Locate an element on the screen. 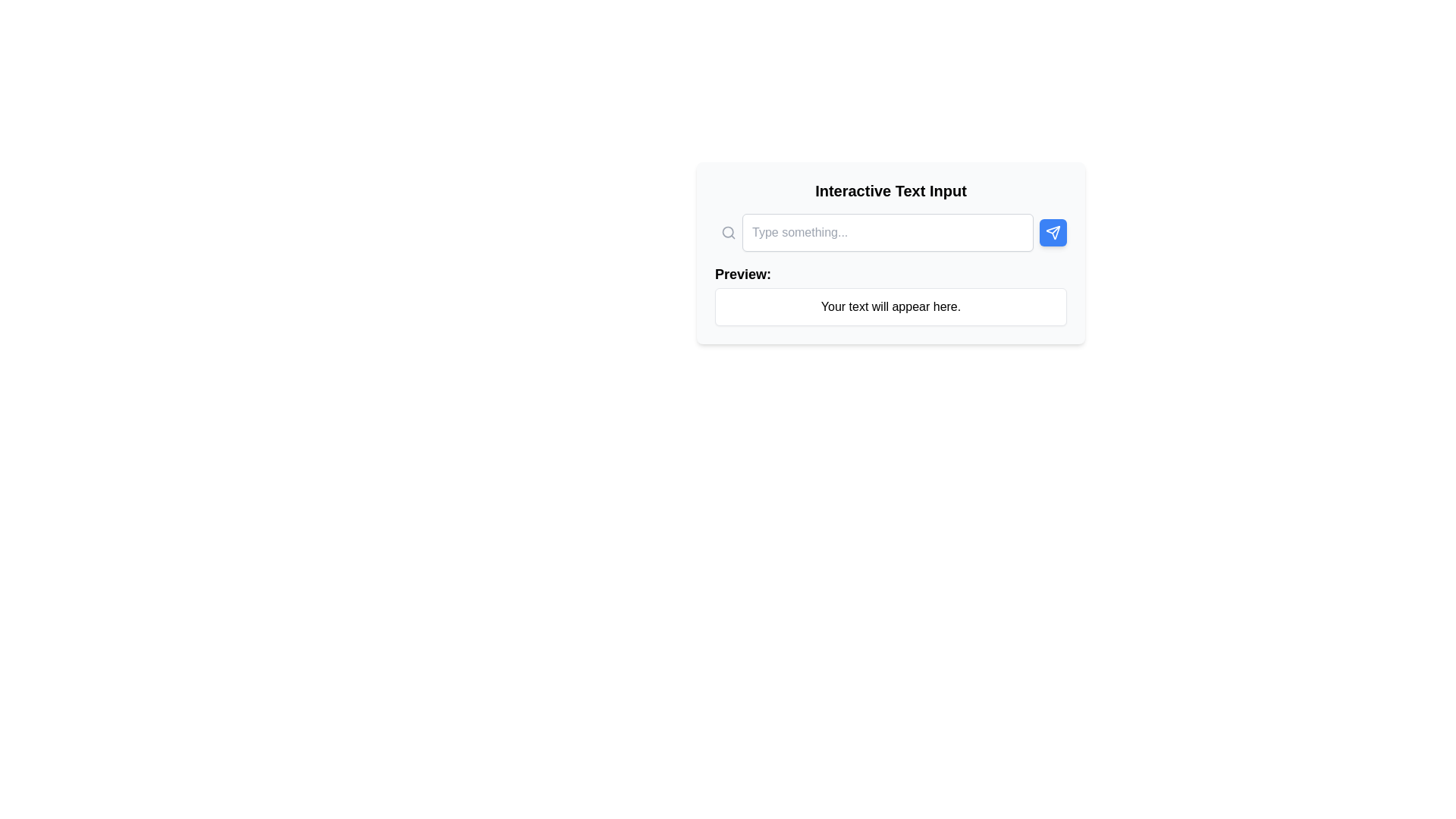 This screenshot has width=1456, height=819. attention visually on the gray magnifying glass icon located to the left of the text input field by clicking on it is located at coordinates (728, 233).